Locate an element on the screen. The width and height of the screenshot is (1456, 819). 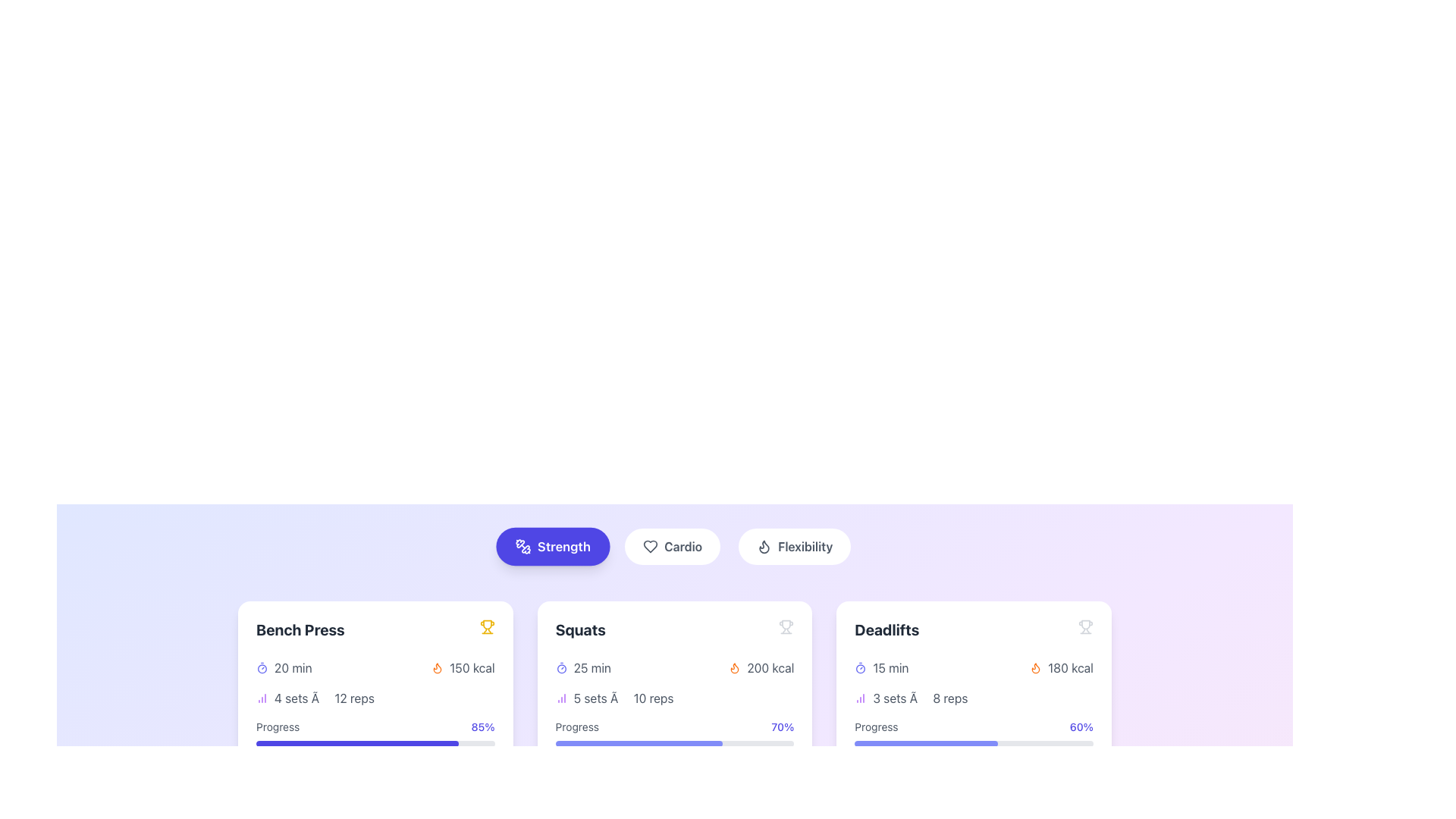
the horizontal progress bar located at the bottom of the 'Bench Press' card, which is filled with purple color indicating 85% progress is located at coordinates (375, 742).